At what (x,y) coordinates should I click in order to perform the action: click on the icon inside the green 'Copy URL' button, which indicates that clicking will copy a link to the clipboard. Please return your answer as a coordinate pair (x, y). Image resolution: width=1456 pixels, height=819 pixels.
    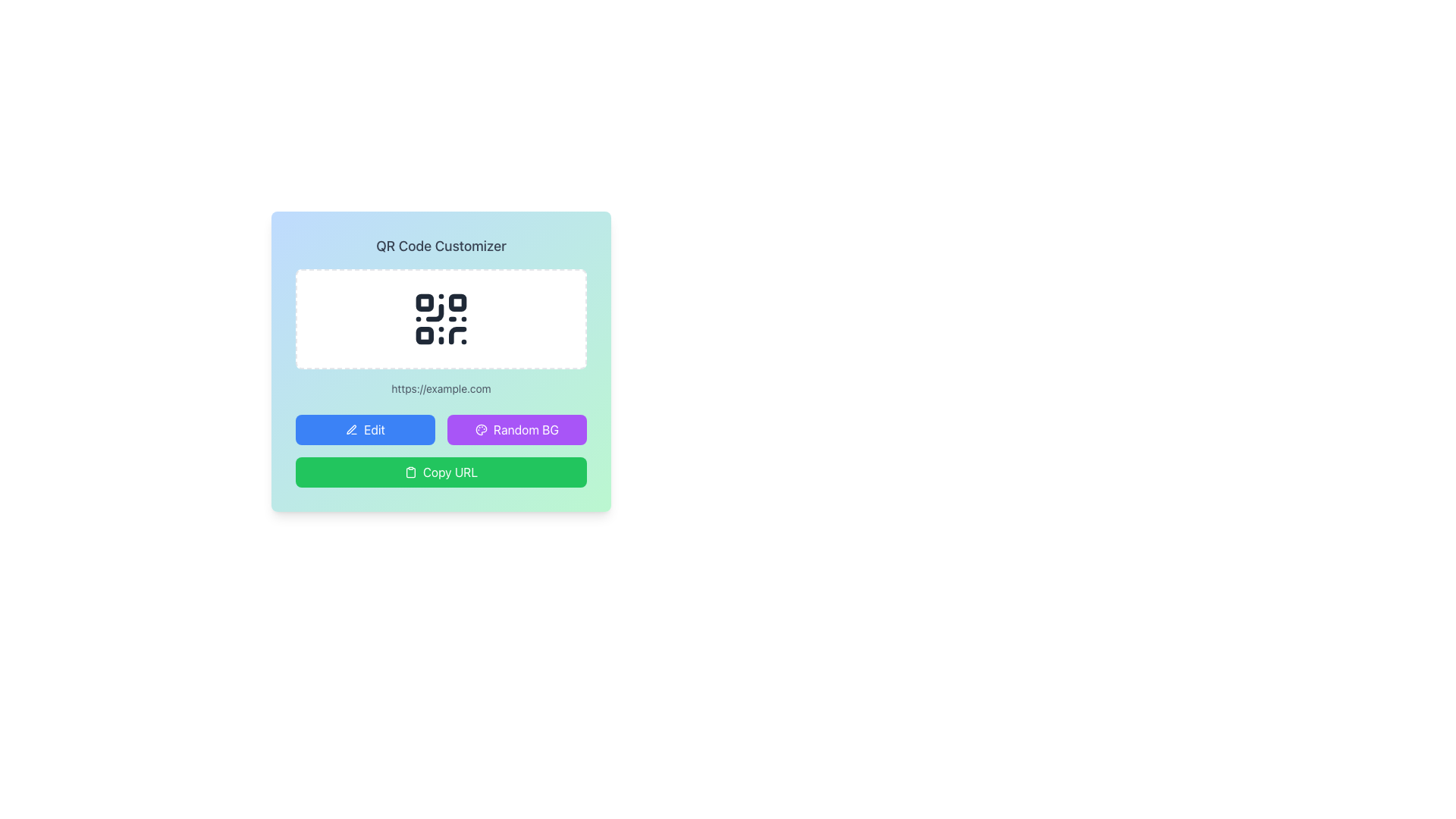
    Looking at the image, I should click on (410, 472).